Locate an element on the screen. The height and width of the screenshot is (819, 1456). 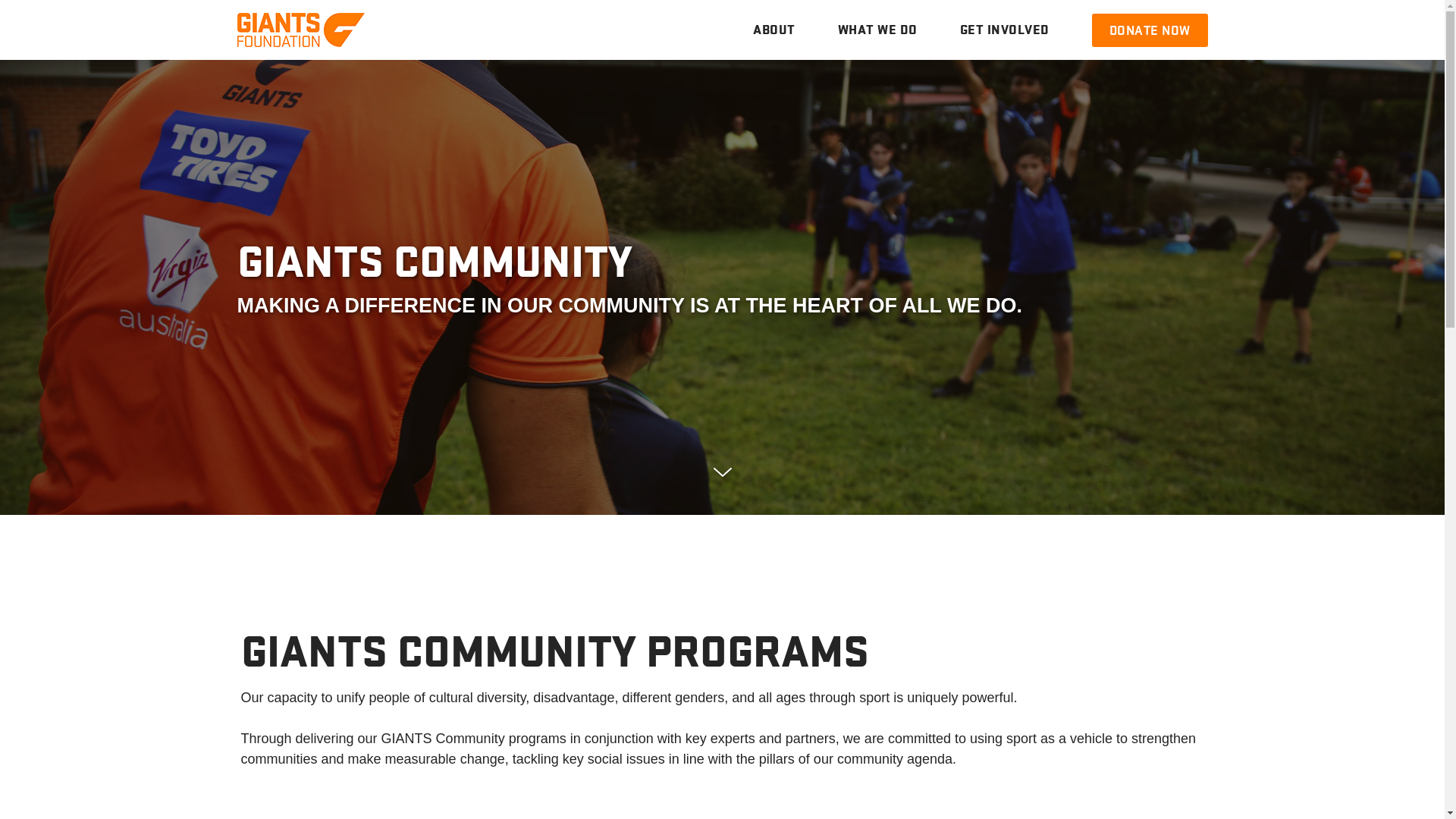
'ABOUT' is located at coordinates (774, 30).